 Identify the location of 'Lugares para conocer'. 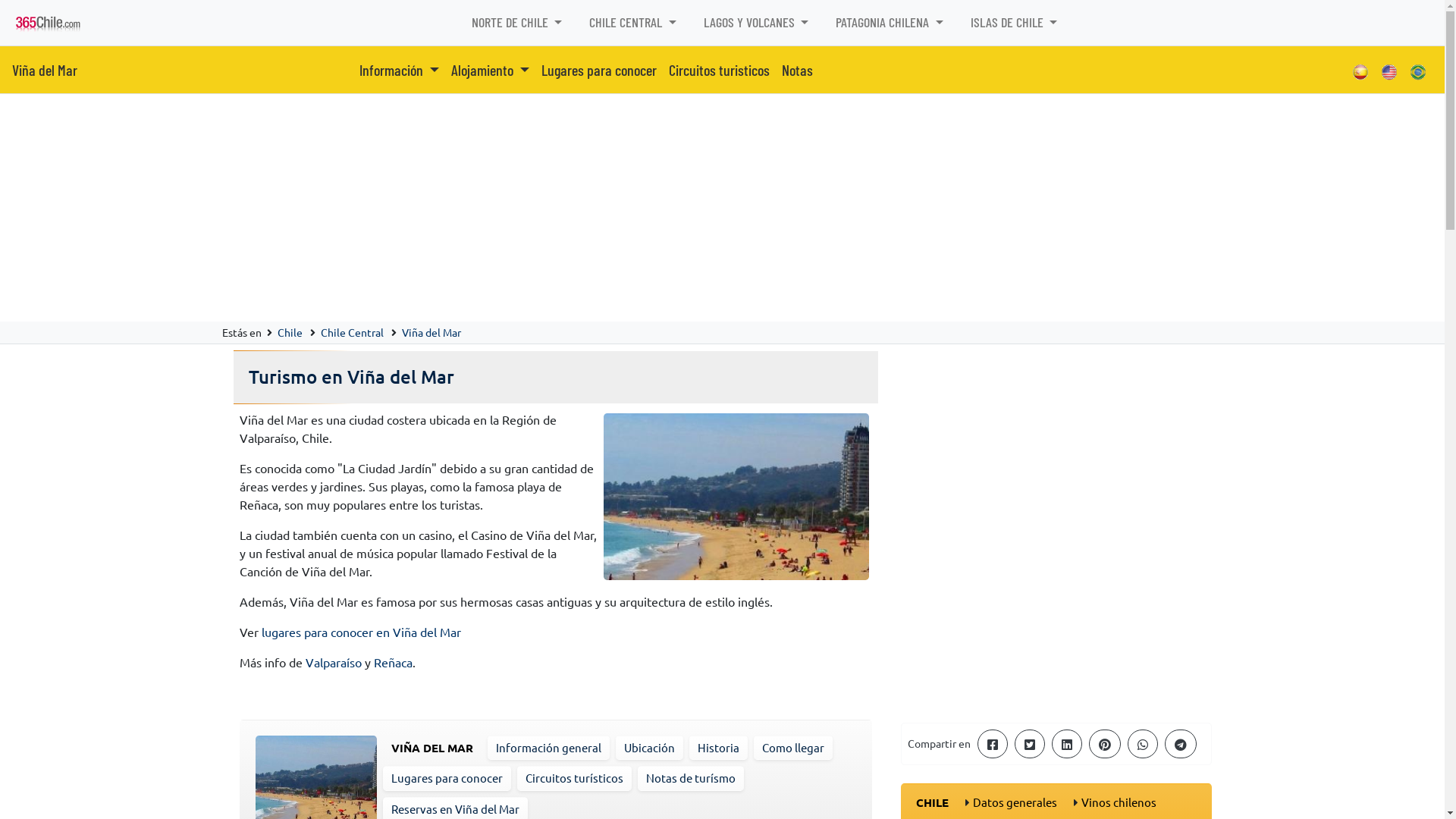
(446, 777).